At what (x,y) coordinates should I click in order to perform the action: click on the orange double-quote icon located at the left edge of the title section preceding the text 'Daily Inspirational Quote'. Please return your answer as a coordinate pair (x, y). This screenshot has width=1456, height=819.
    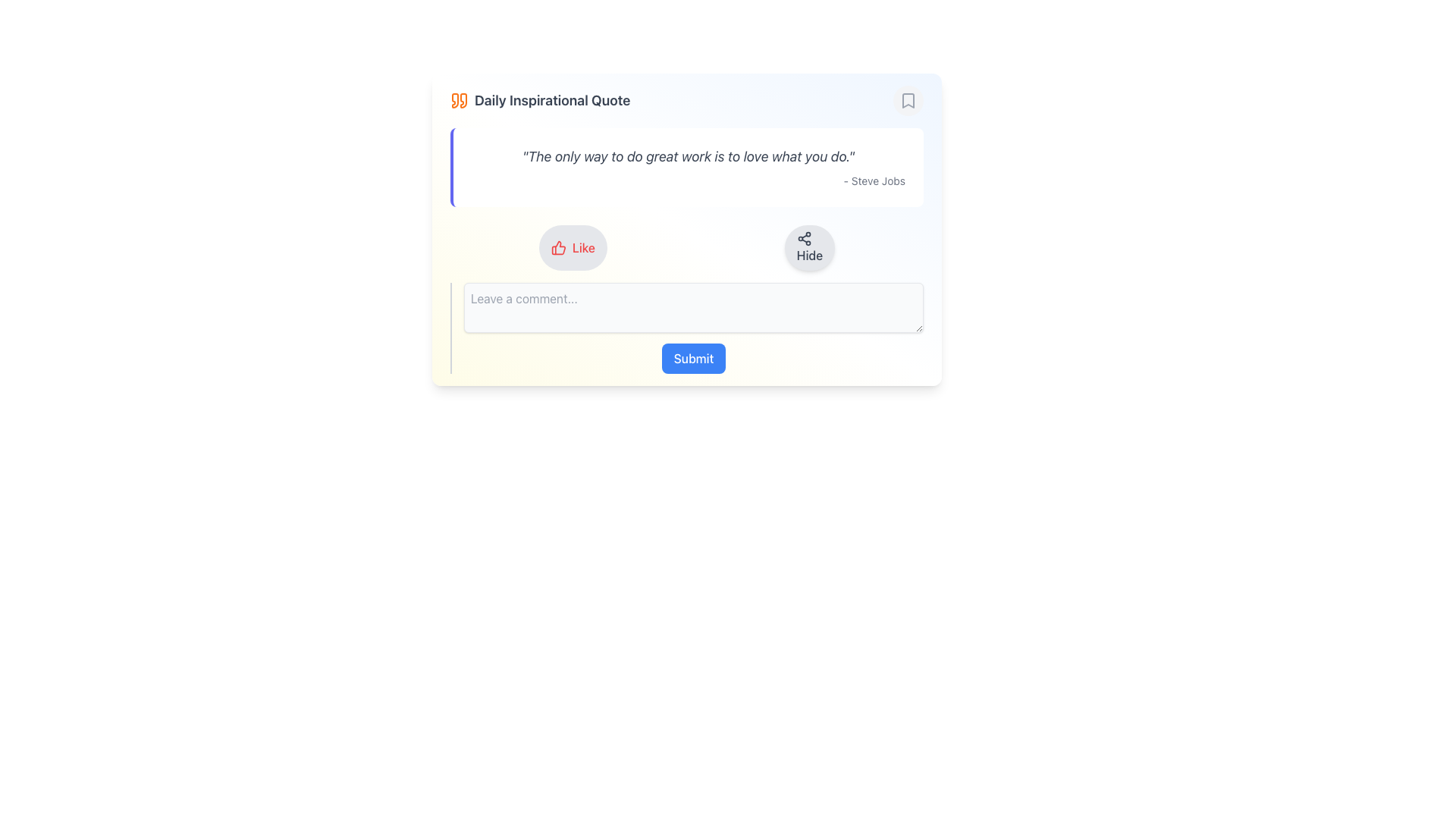
    Looking at the image, I should click on (458, 100).